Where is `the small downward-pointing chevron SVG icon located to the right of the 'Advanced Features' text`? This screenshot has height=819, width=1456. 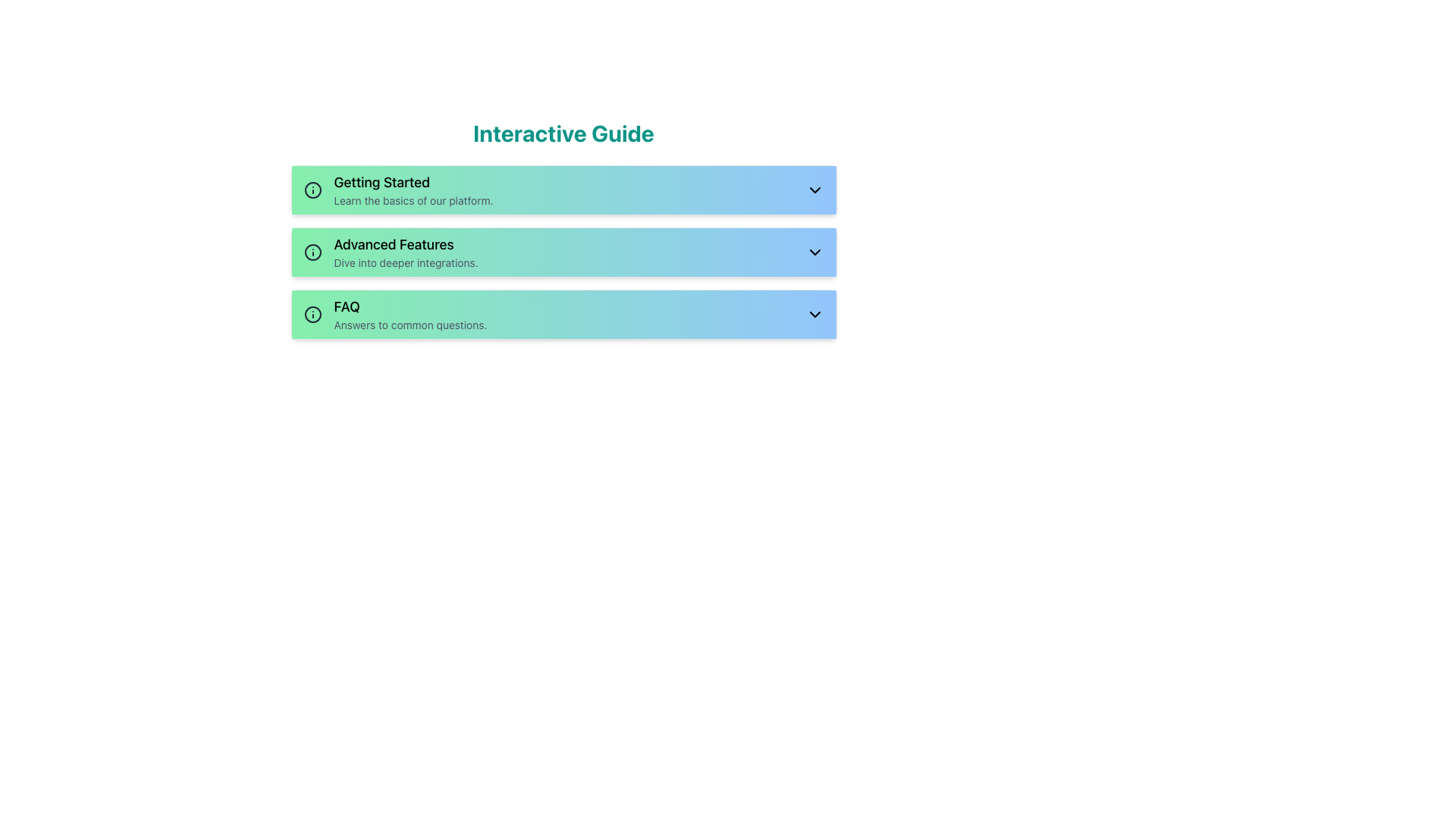
the small downward-pointing chevron SVG icon located to the right of the 'Advanced Features' text is located at coordinates (814, 251).